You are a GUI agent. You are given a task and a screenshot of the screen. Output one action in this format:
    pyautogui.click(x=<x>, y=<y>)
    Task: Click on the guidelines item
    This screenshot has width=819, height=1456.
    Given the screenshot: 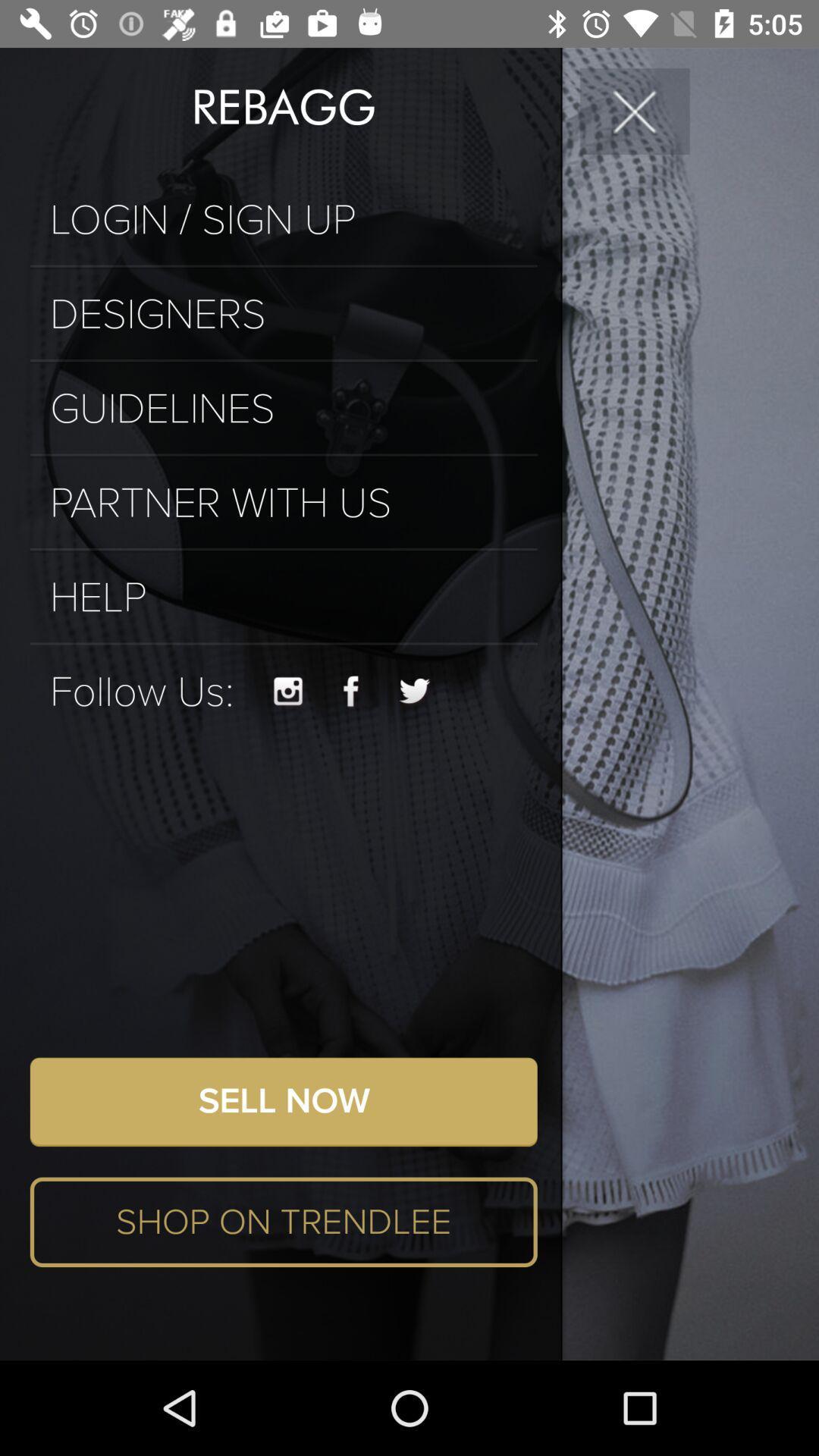 What is the action you would take?
    pyautogui.click(x=284, y=409)
    